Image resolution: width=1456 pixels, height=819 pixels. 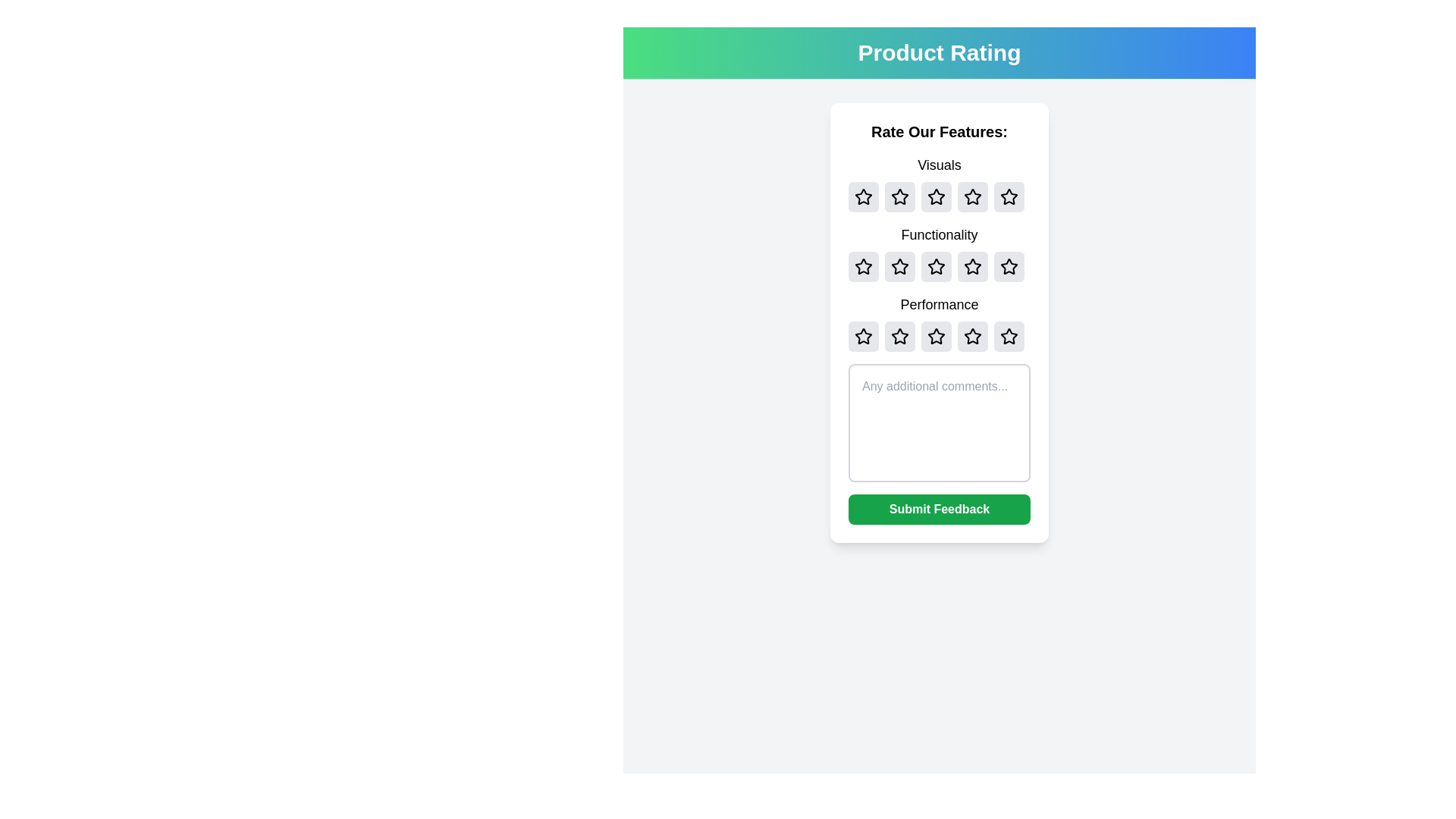 I want to click on the fourth star in the third row of the performance rating system, so click(x=972, y=335).